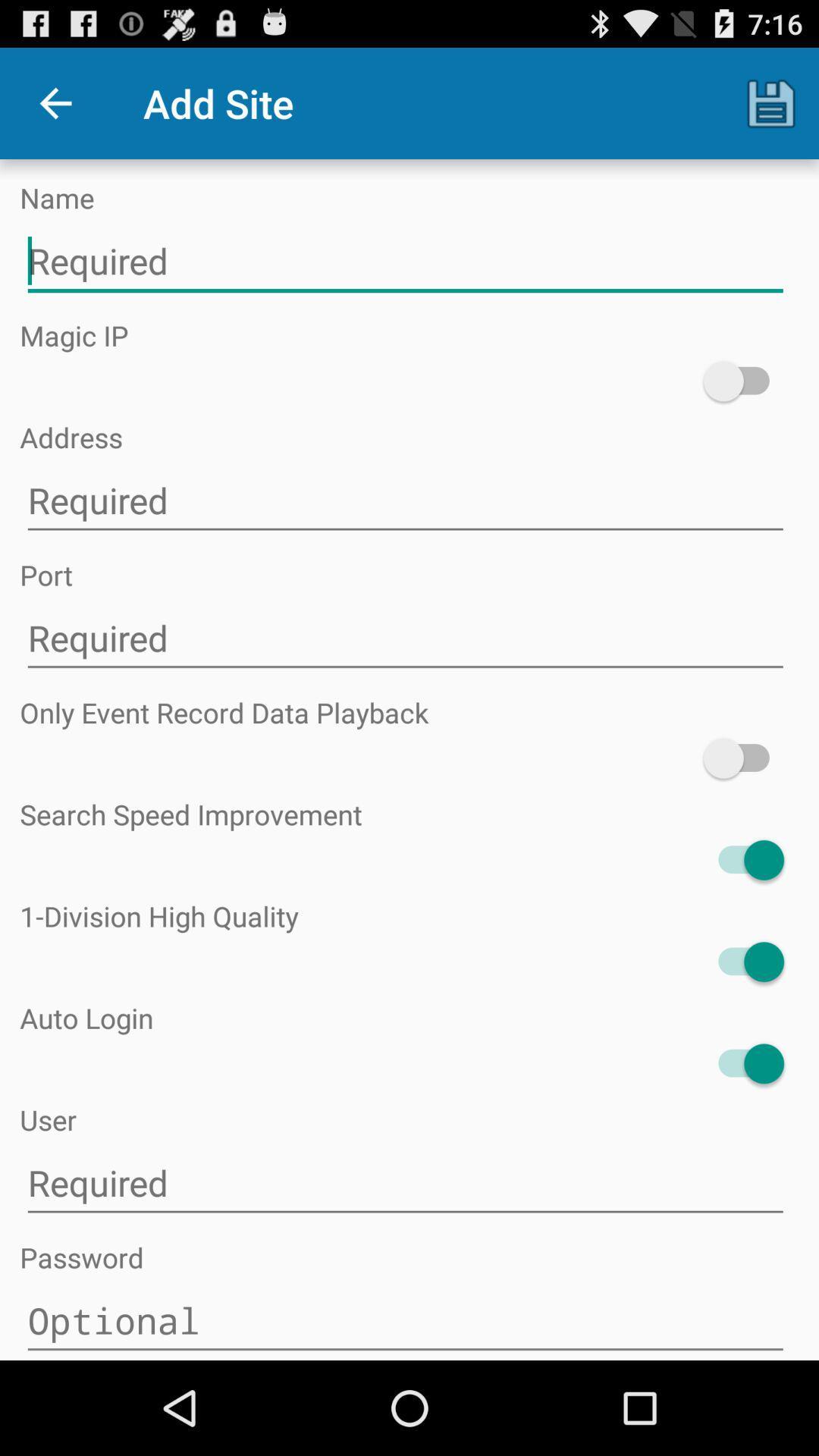 The width and height of the screenshot is (819, 1456). I want to click on type in ip address, so click(404, 500).